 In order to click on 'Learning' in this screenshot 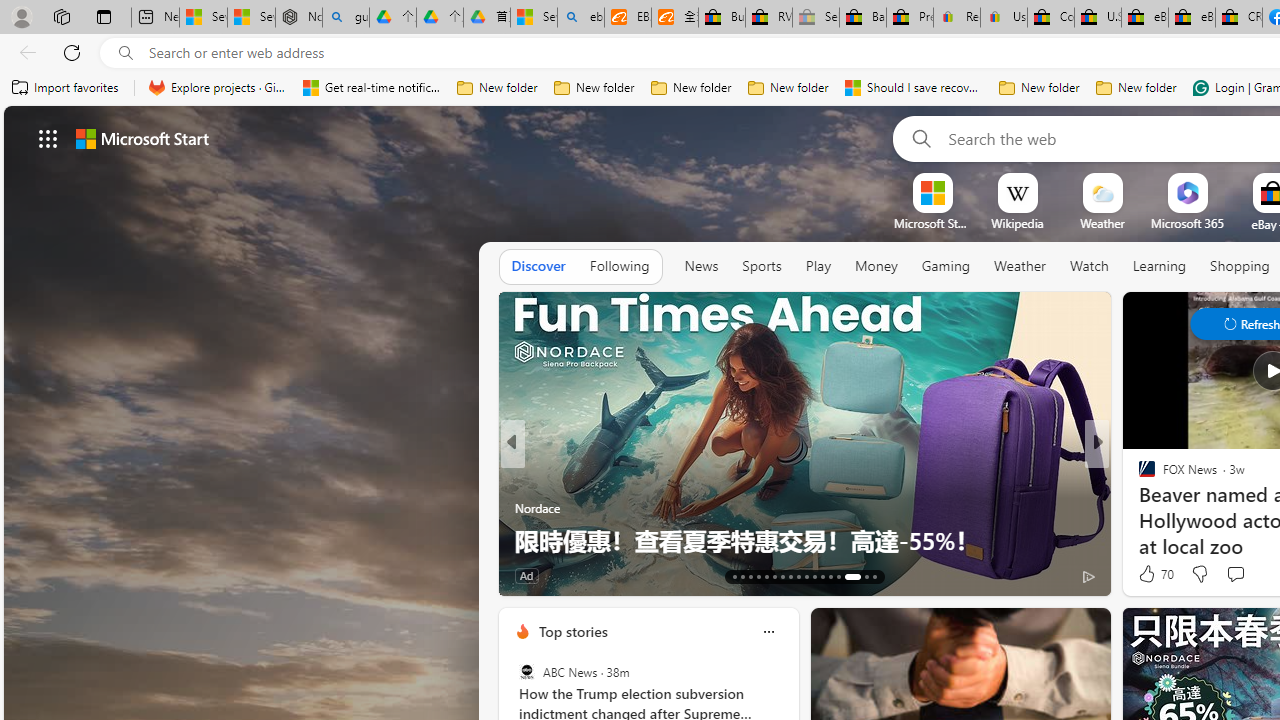, I will do `click(1159, 265)`.